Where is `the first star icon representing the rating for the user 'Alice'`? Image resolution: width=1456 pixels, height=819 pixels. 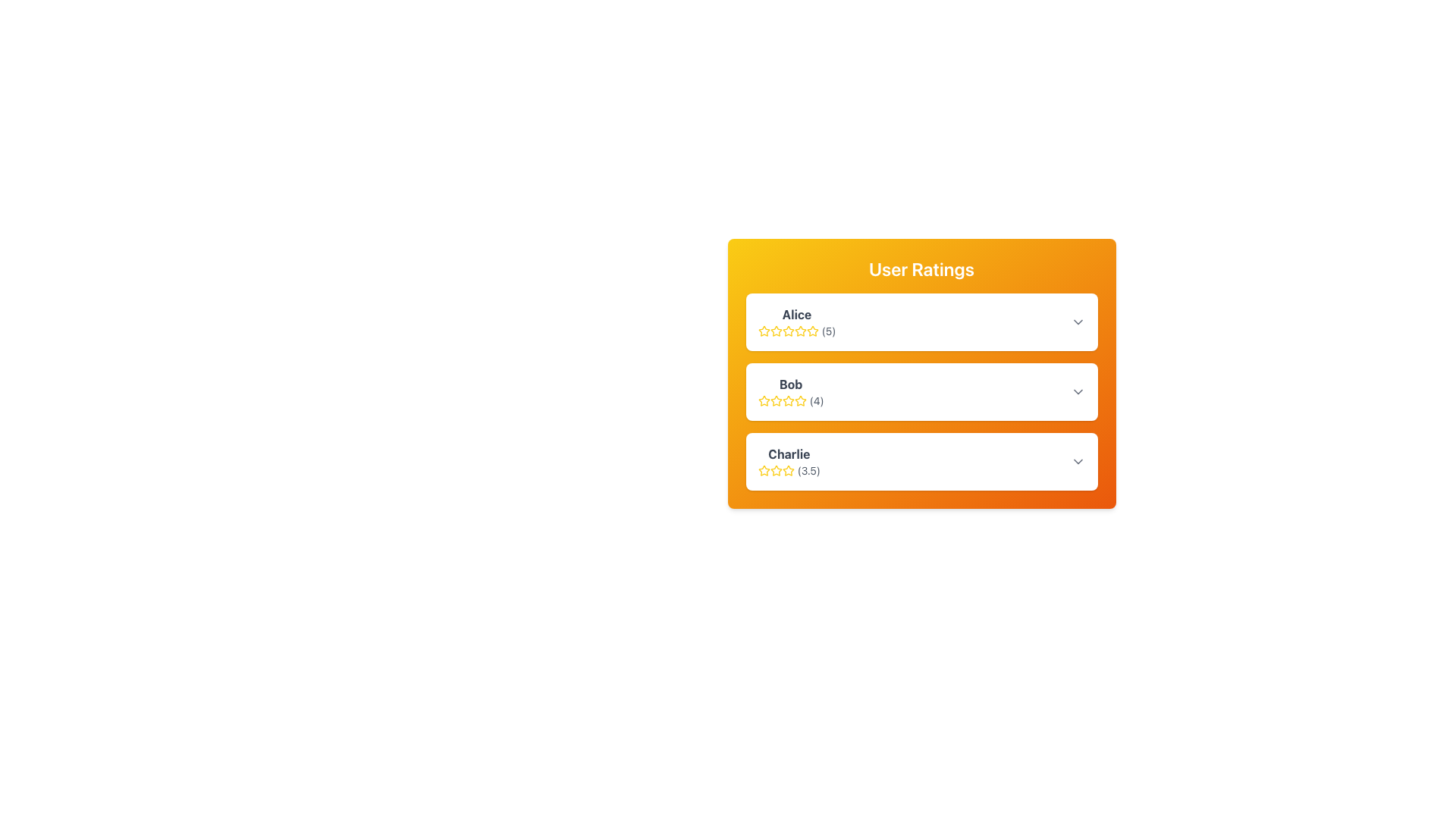 the first star icon representing the rating for the user 'Alice' is located at coordinates (764, 330).